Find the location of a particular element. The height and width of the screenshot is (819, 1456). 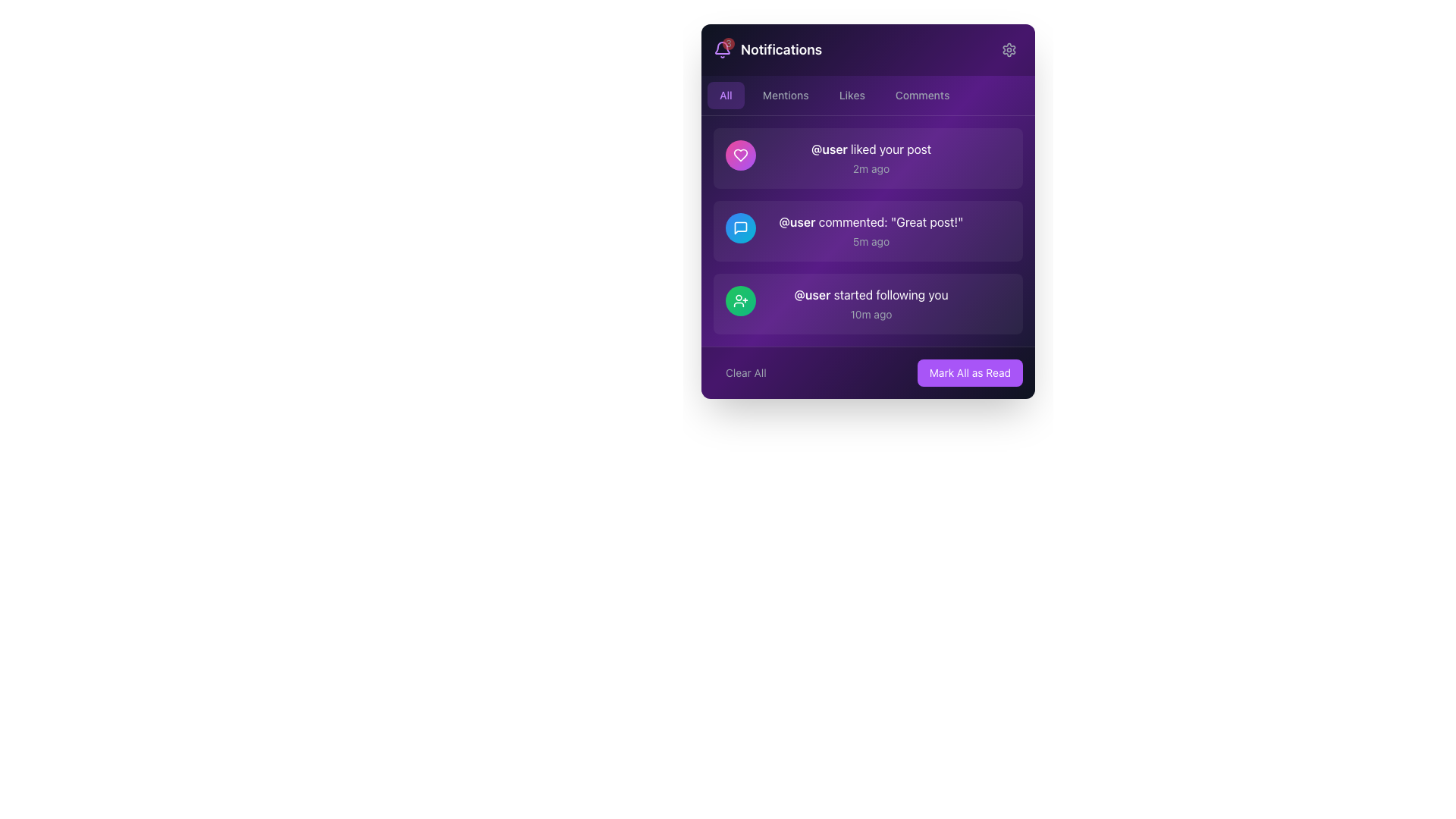

the notification associated with the speech bubble icon located in the user notification panel, specifically near the second notification entry that reads '@user commented: 'Great post!'' is located at coordinates (741, 227).